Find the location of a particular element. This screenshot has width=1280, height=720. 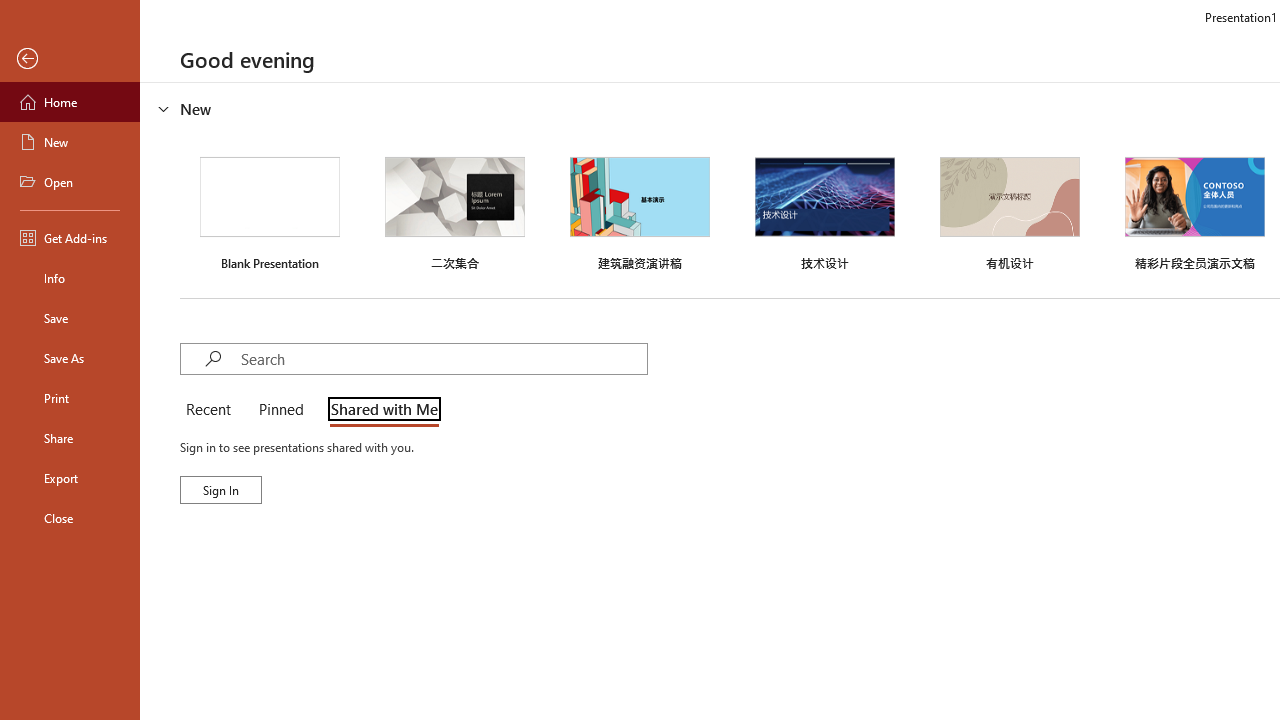

'Hide or show region' is located at coordinates (164, 109).